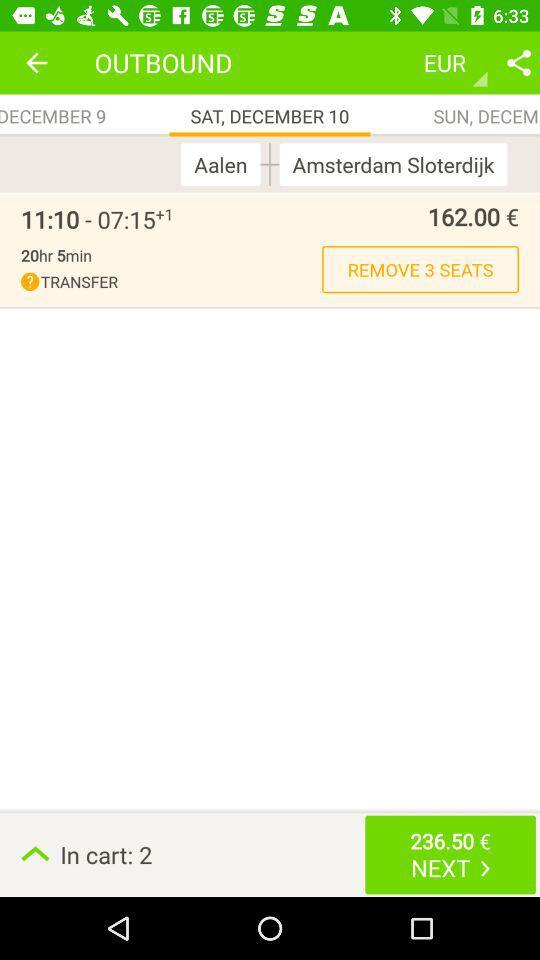  What do you see at coordinates (270, 163) in the screenshot?
I see `icon to the left of amsterdam sloterdijk` at bounding box center [270, 163].